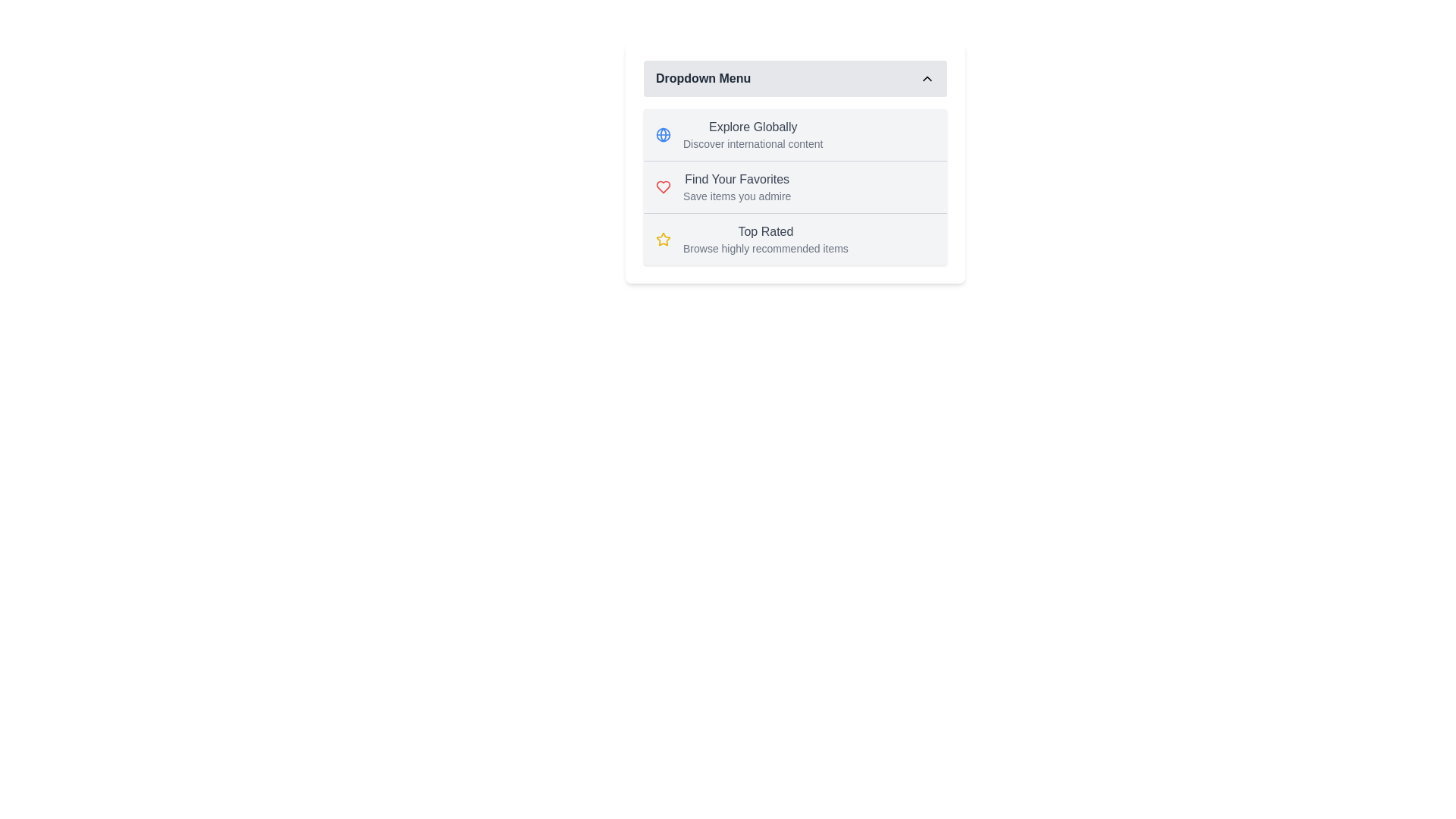 The width and height of the screenshot is (1456, 819). I want to click on the yellow star icon with a hollow center located to the left of the 'Top Rated' text in the dropdown menu, so click(663, 239).